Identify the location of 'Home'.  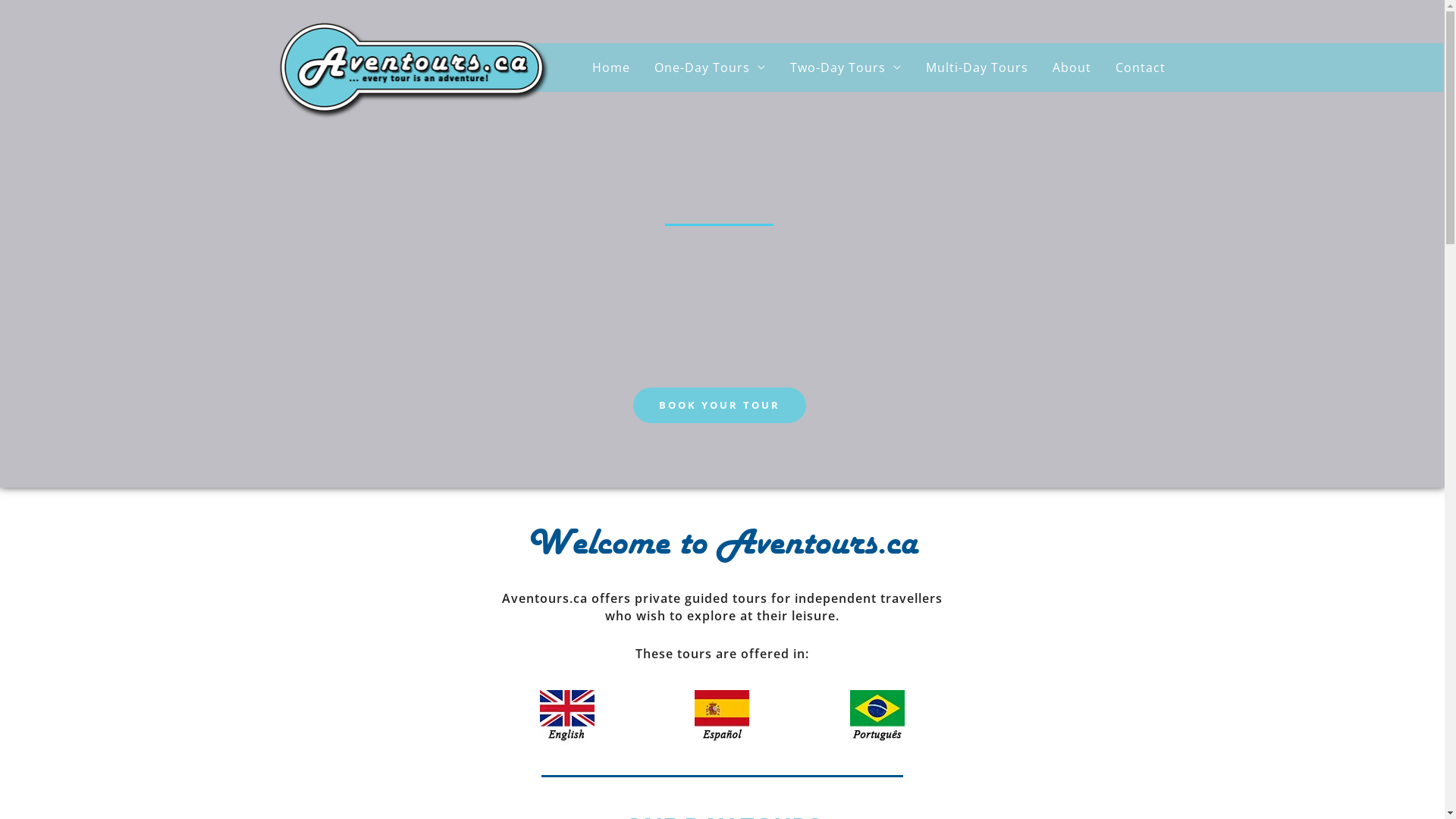
(610, 66).